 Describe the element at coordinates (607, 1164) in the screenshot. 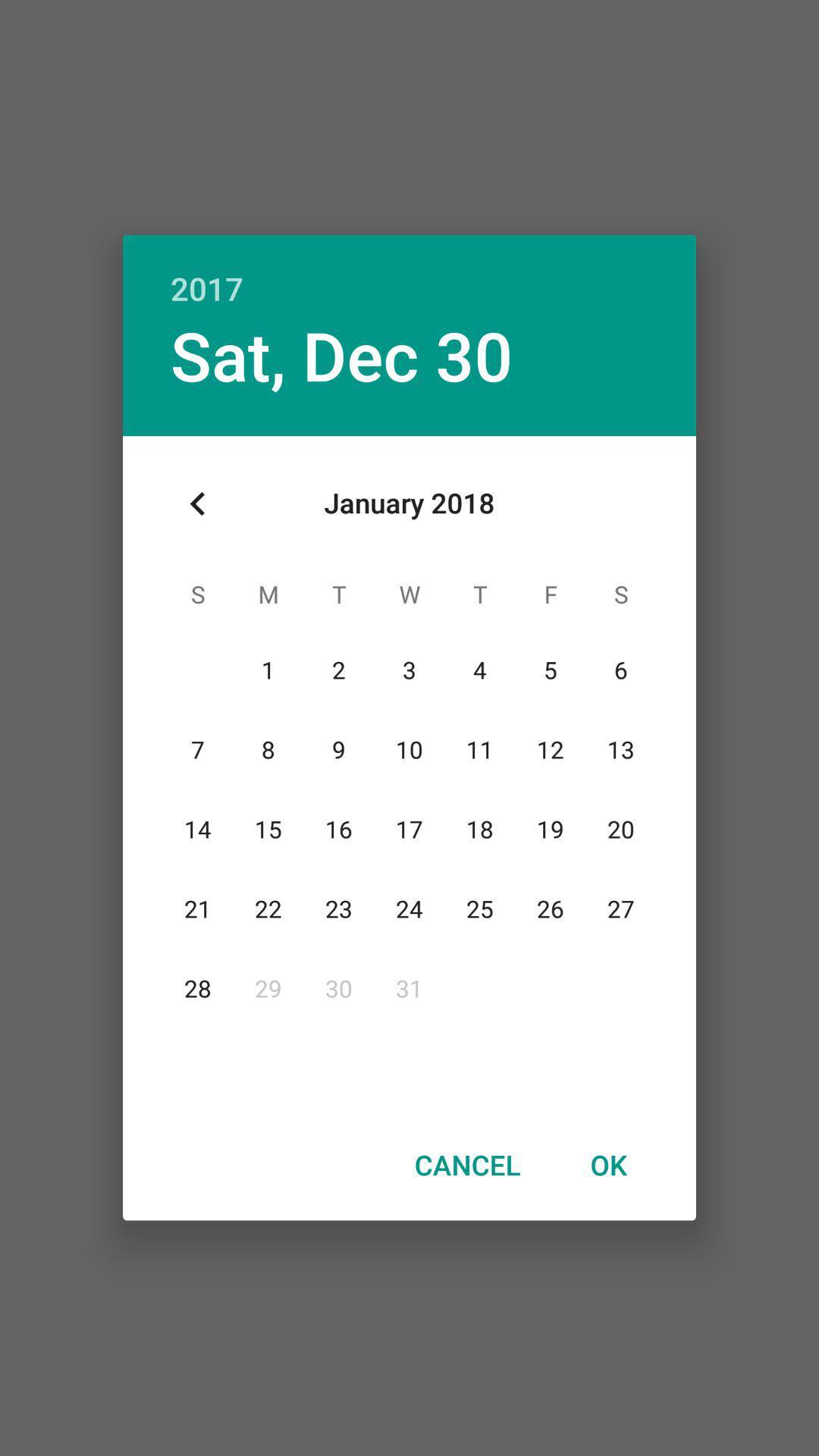

I see `icon next to the cancel` at that location.